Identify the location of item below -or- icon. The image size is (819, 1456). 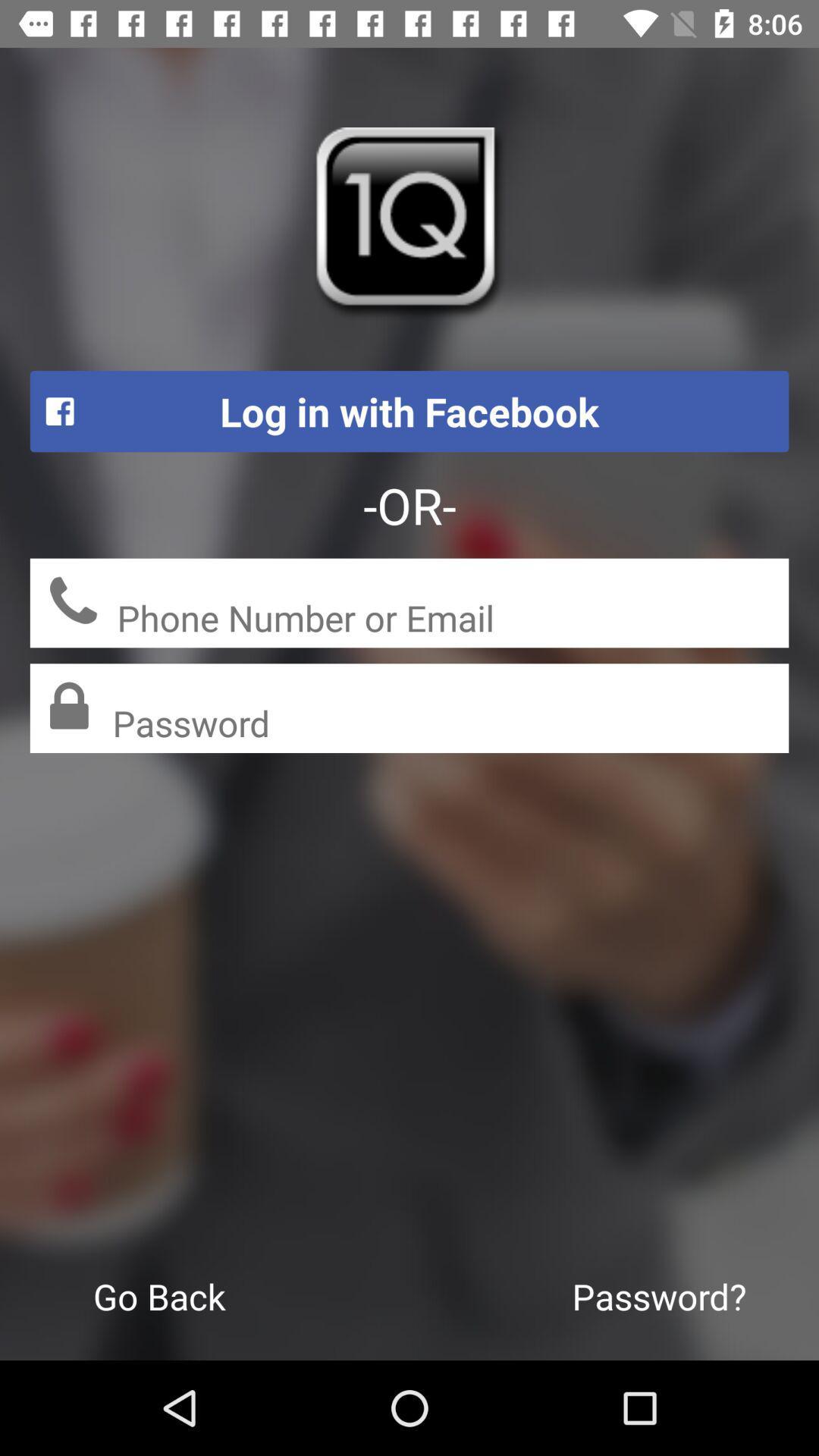
(452, 620).